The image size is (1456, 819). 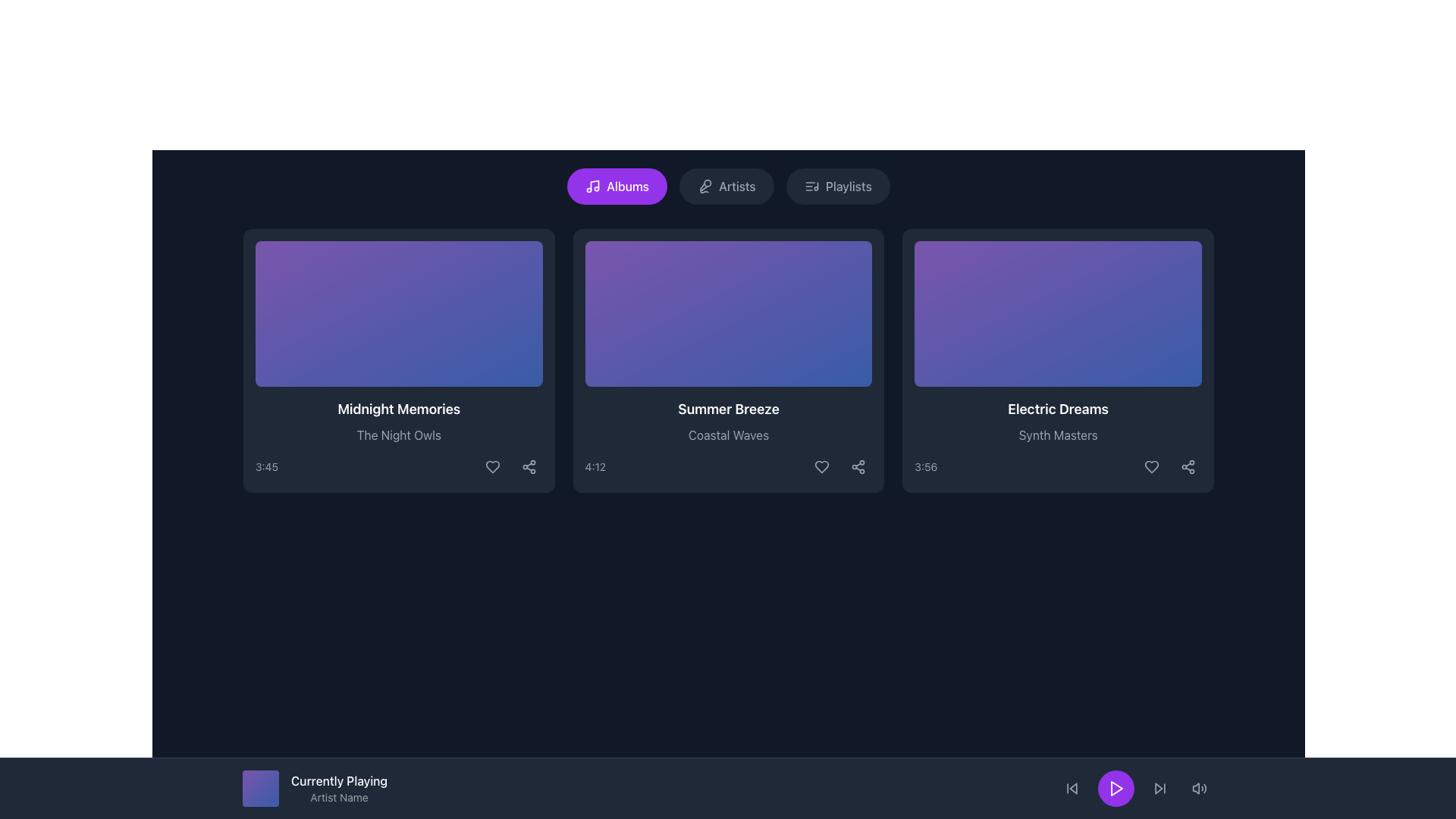 What do you see at coordinates (1072, 788) in the screenshot?
I see `the previous track icon located in the bottom control bar of the media controls if it is navigable` at bounding box center [1072, 788].